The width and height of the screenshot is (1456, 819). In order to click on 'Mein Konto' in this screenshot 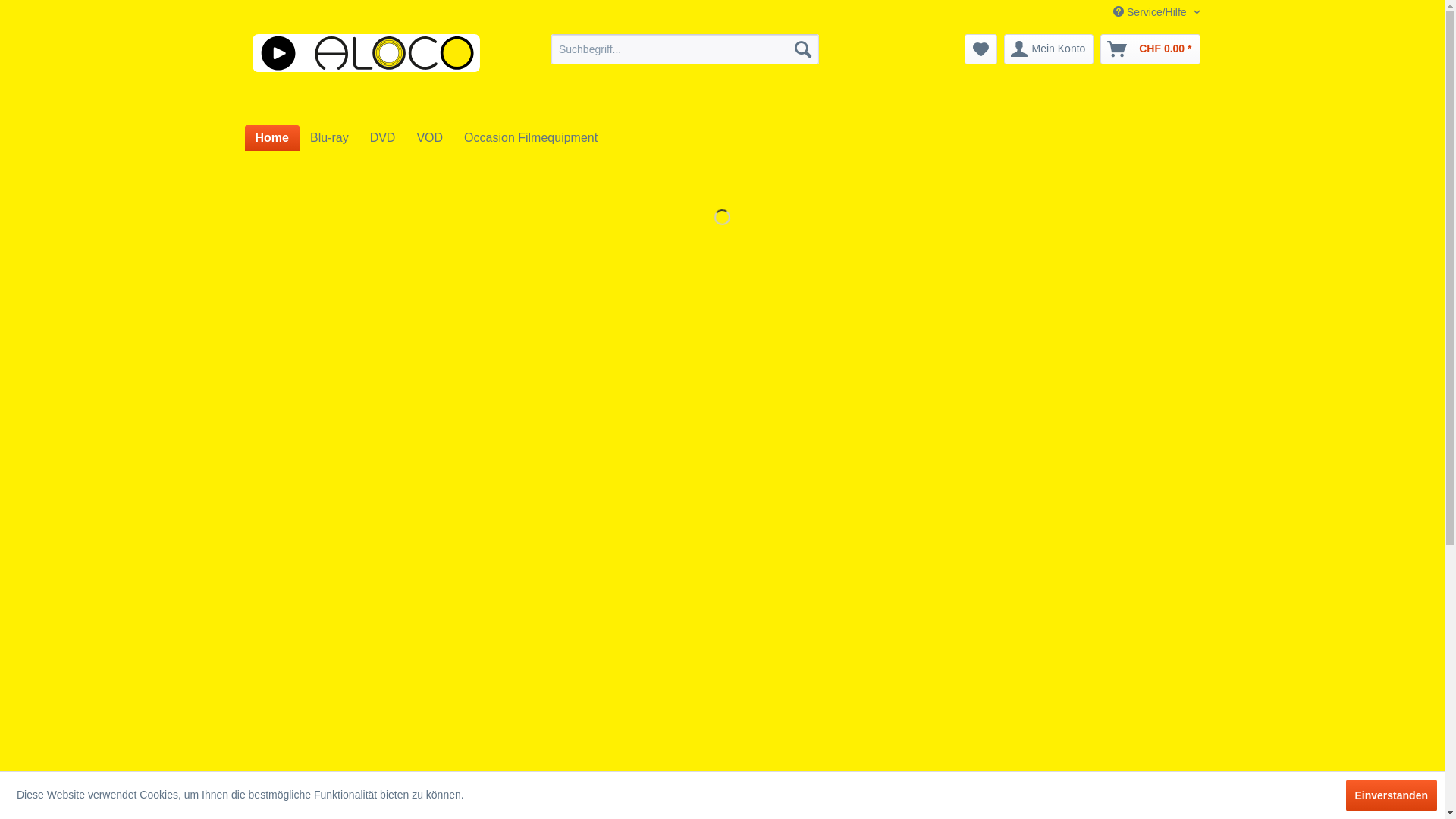, I will do `click(1048, 49)`.